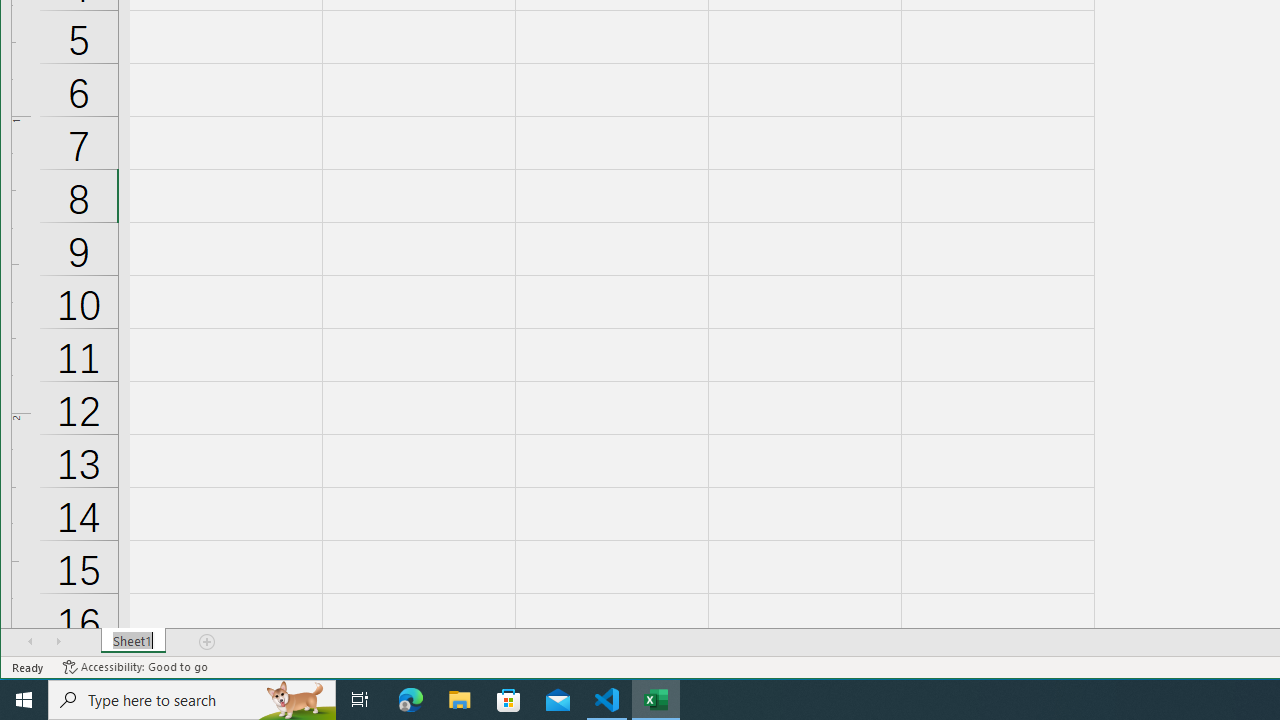  What do you see at coordinates (132, 641) in the screenshot?
I see `'Sheet Tab'` at bounding box center [132, 641].